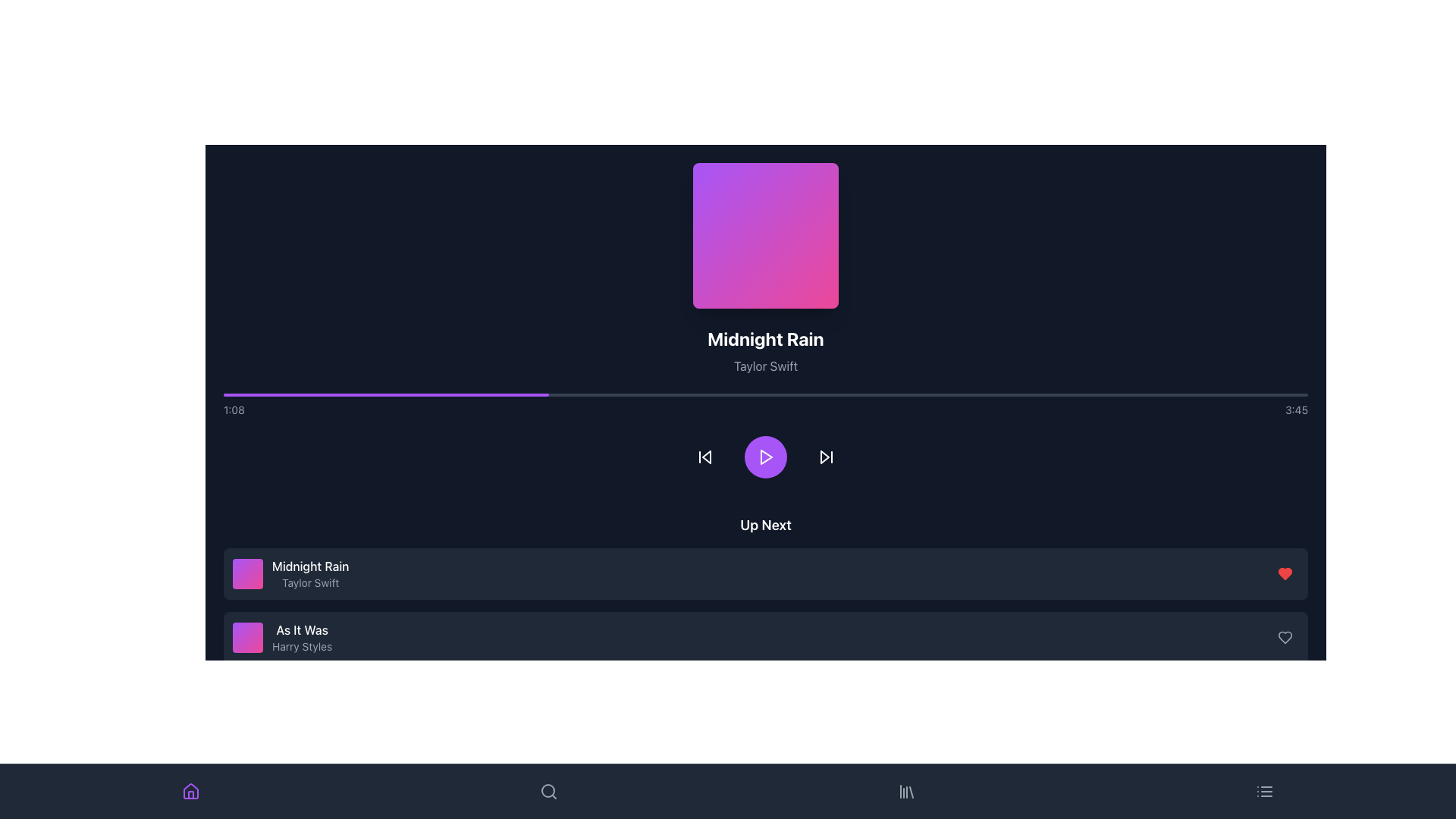 Image resolution: width=1456 pixels, height=819 pixels. What do you see at coordinates (1284, 637) in the screenshot?
I see `the heart icon` at bounding box center [1284, 637].